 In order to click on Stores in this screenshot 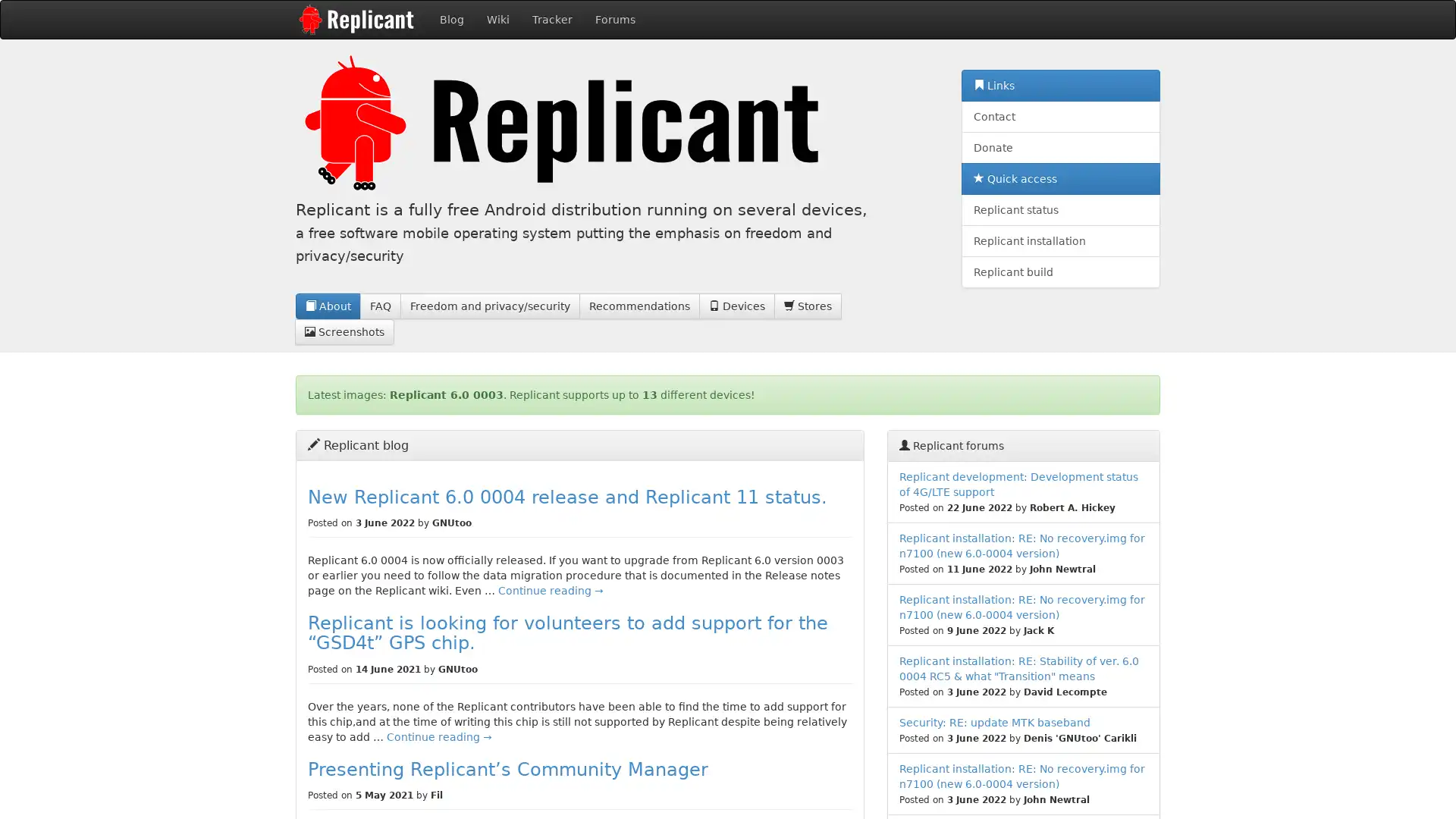, I will do `click(807, 306)`.